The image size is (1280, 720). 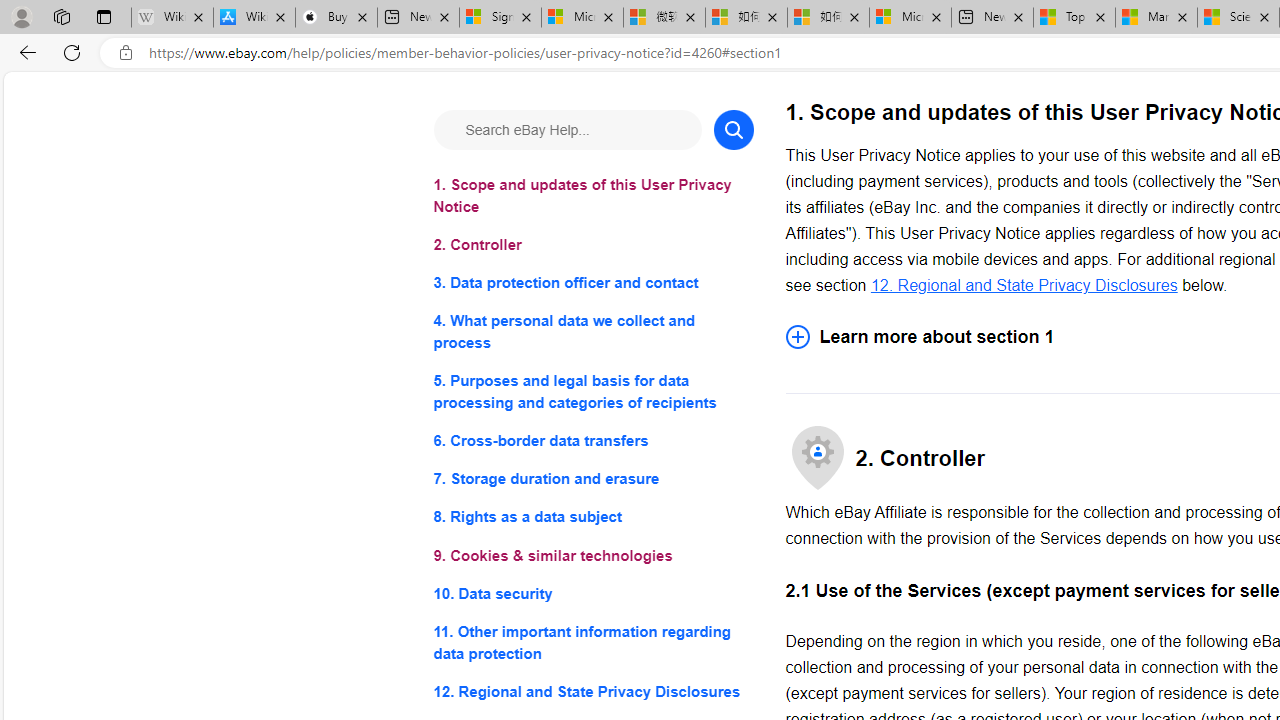 I want to click on '9. Cookies & similar technologies', so click(x=592, y=555).